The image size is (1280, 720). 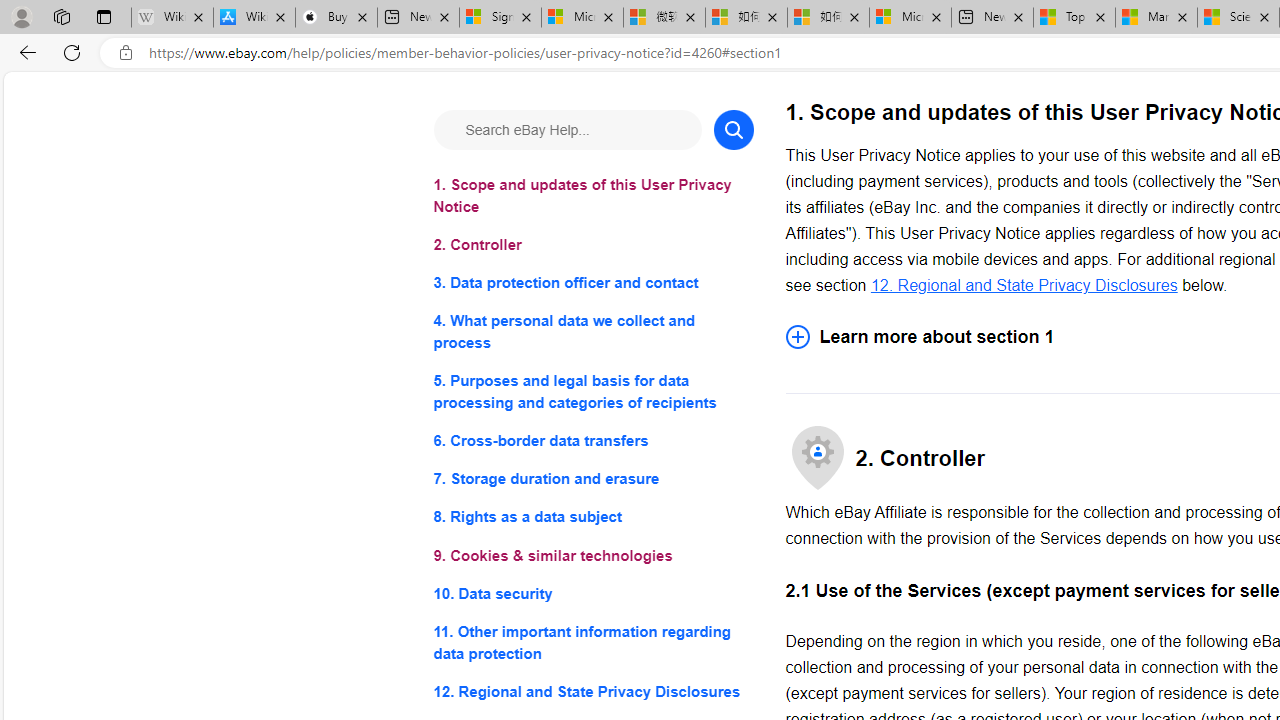 I want to click on '9. Cookies & similar technologies', so click(x=592, y=555).